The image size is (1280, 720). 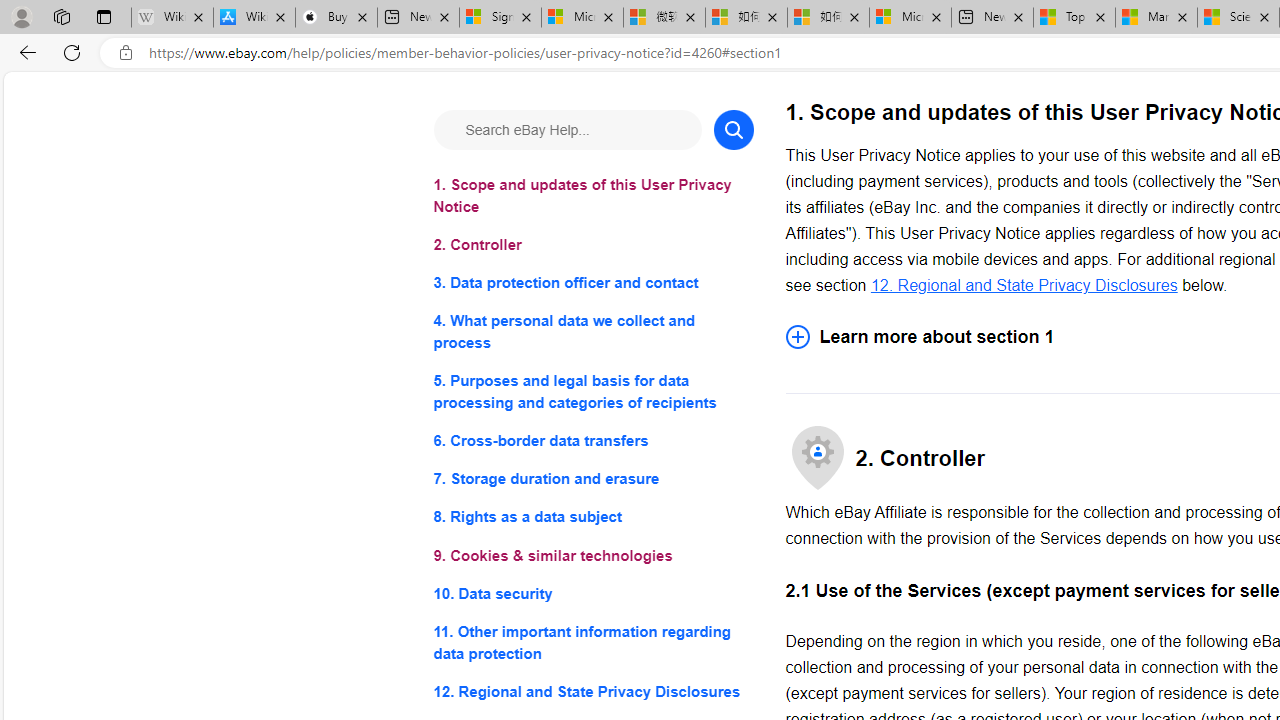 I want to click on '9. Cookies & similar technologies', so click(x=592, y=555).